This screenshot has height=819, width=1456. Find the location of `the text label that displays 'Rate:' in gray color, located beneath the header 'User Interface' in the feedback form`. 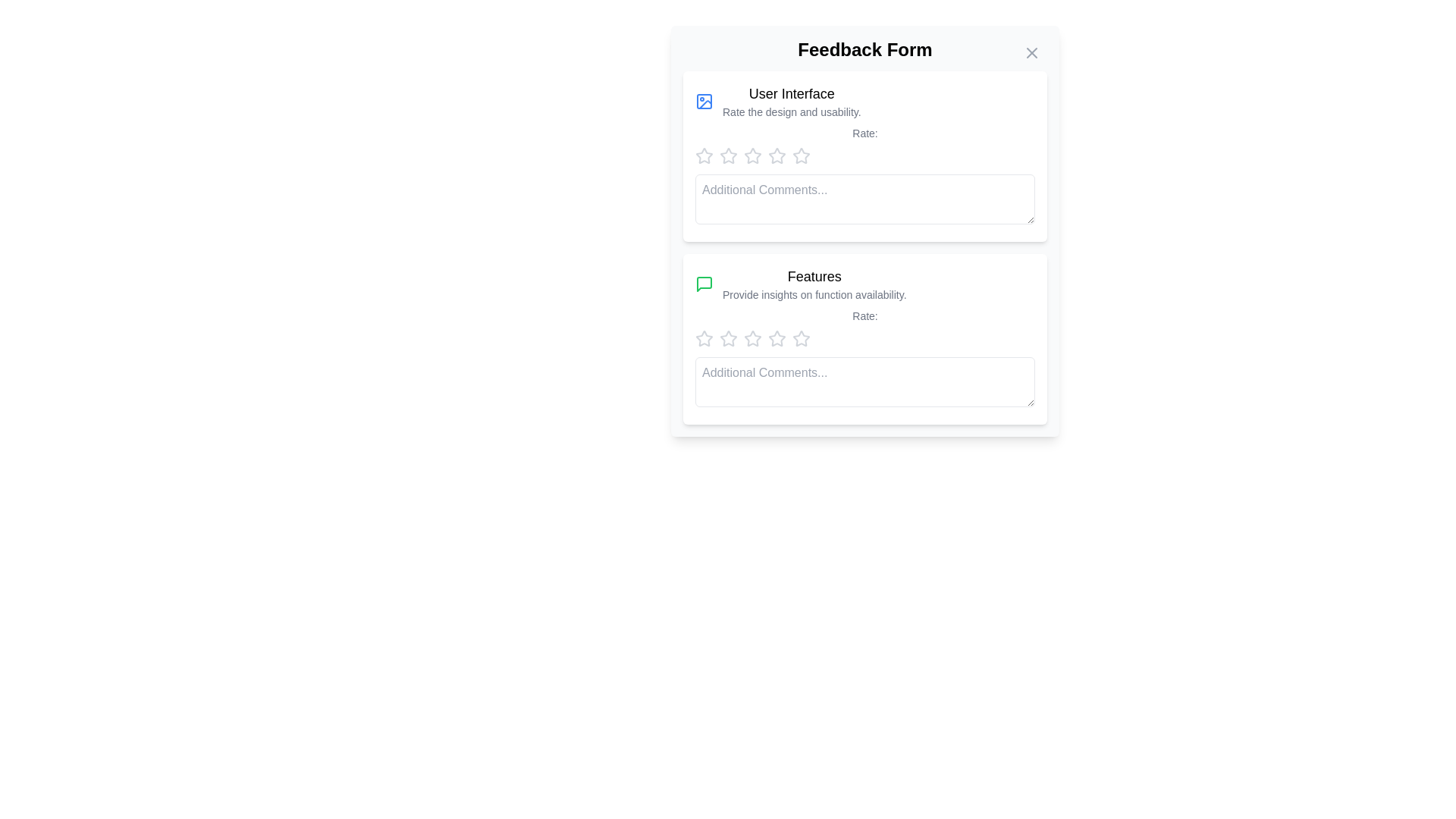

the text label that displays 'Rate:' in gray color, located beneath the header 'User Interface' in the feedback form is located at coordinates (865, 133).